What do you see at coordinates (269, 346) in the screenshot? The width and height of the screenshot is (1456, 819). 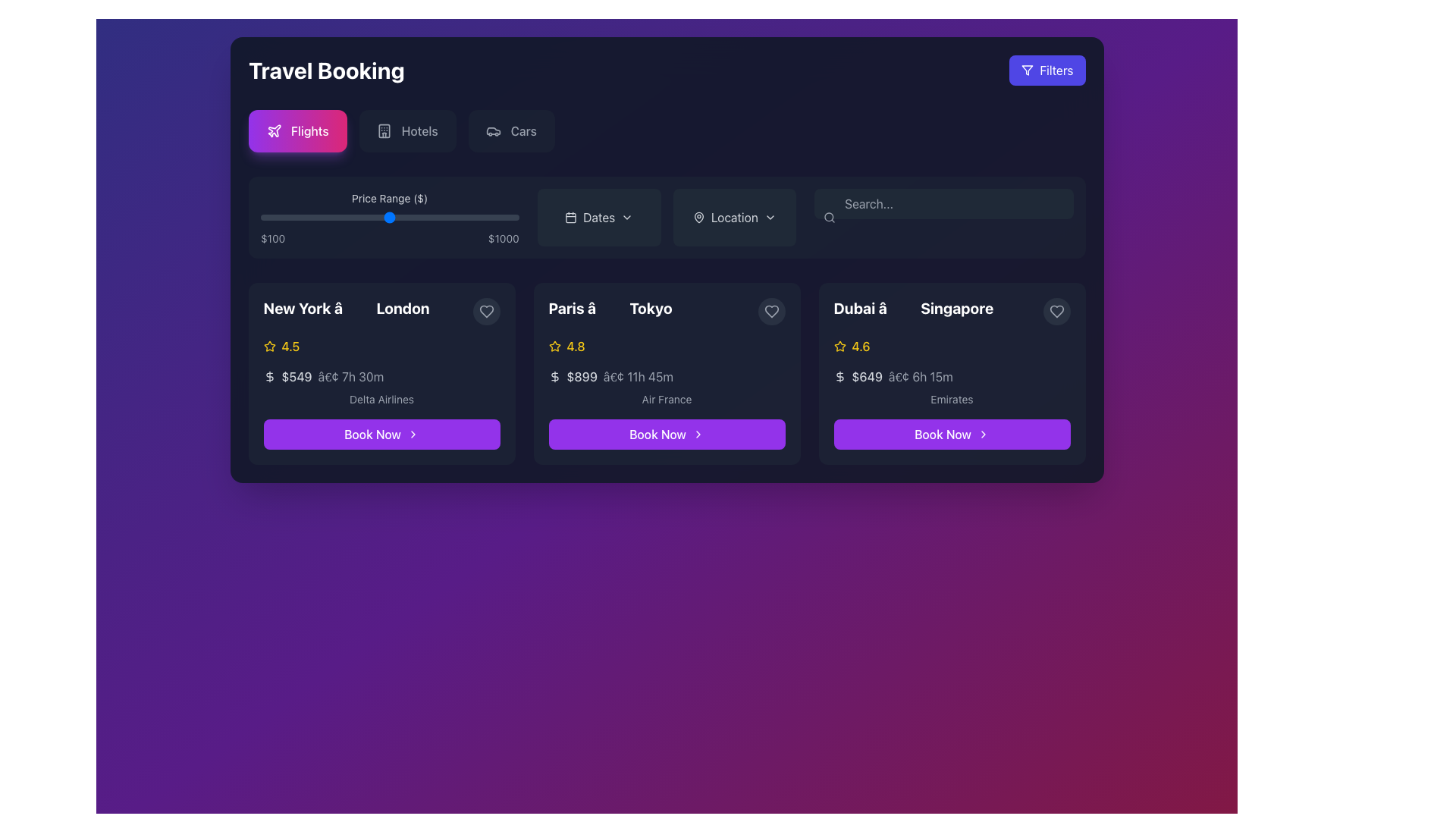 I see `the rating icon representing the travel option from New York to London, positioned to the left of the '4.5' rating text` at bounding box center [269, 346].